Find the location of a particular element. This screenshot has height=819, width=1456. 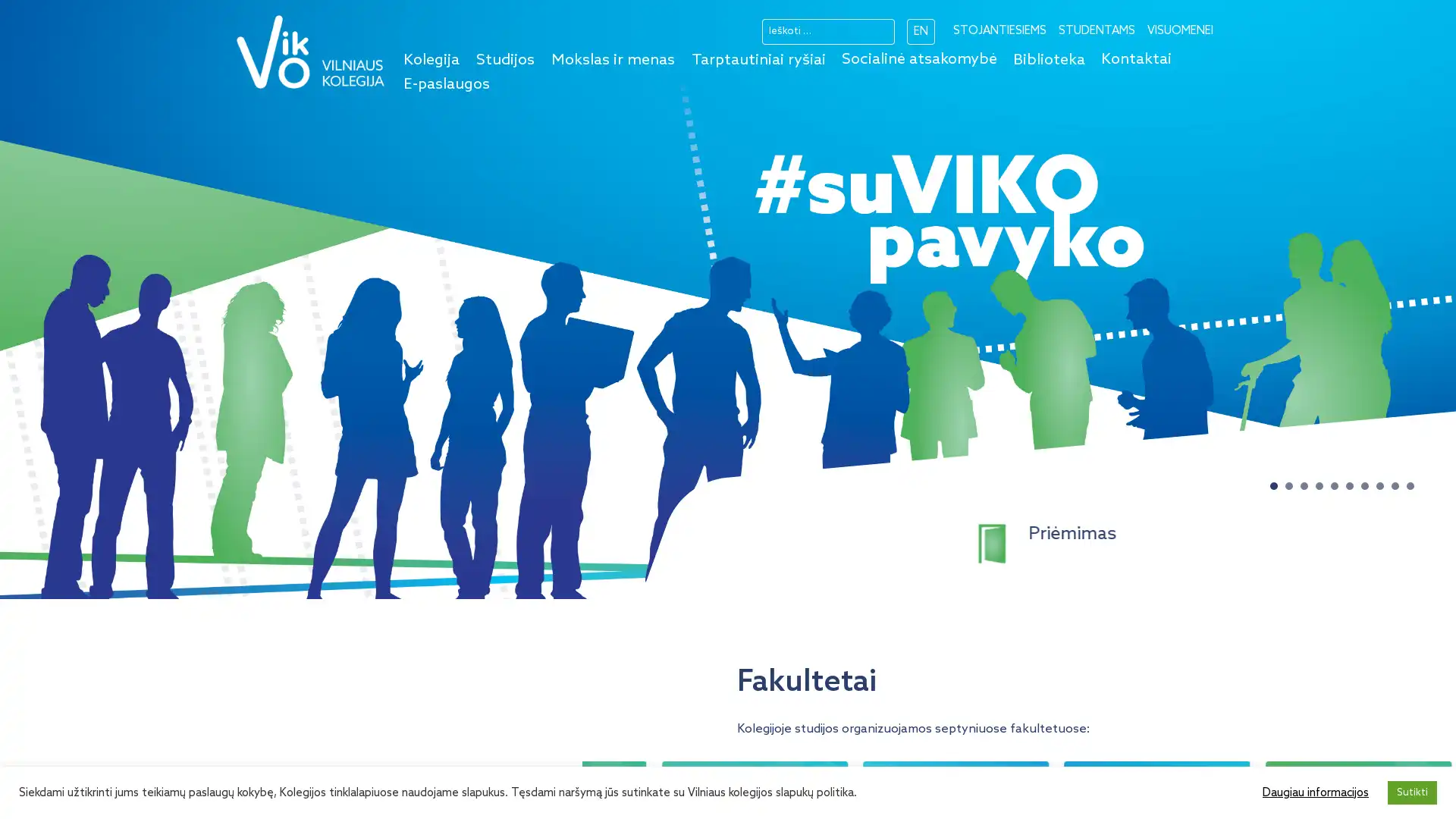

Mokslas ir menas is located at coordinates (613, 60).